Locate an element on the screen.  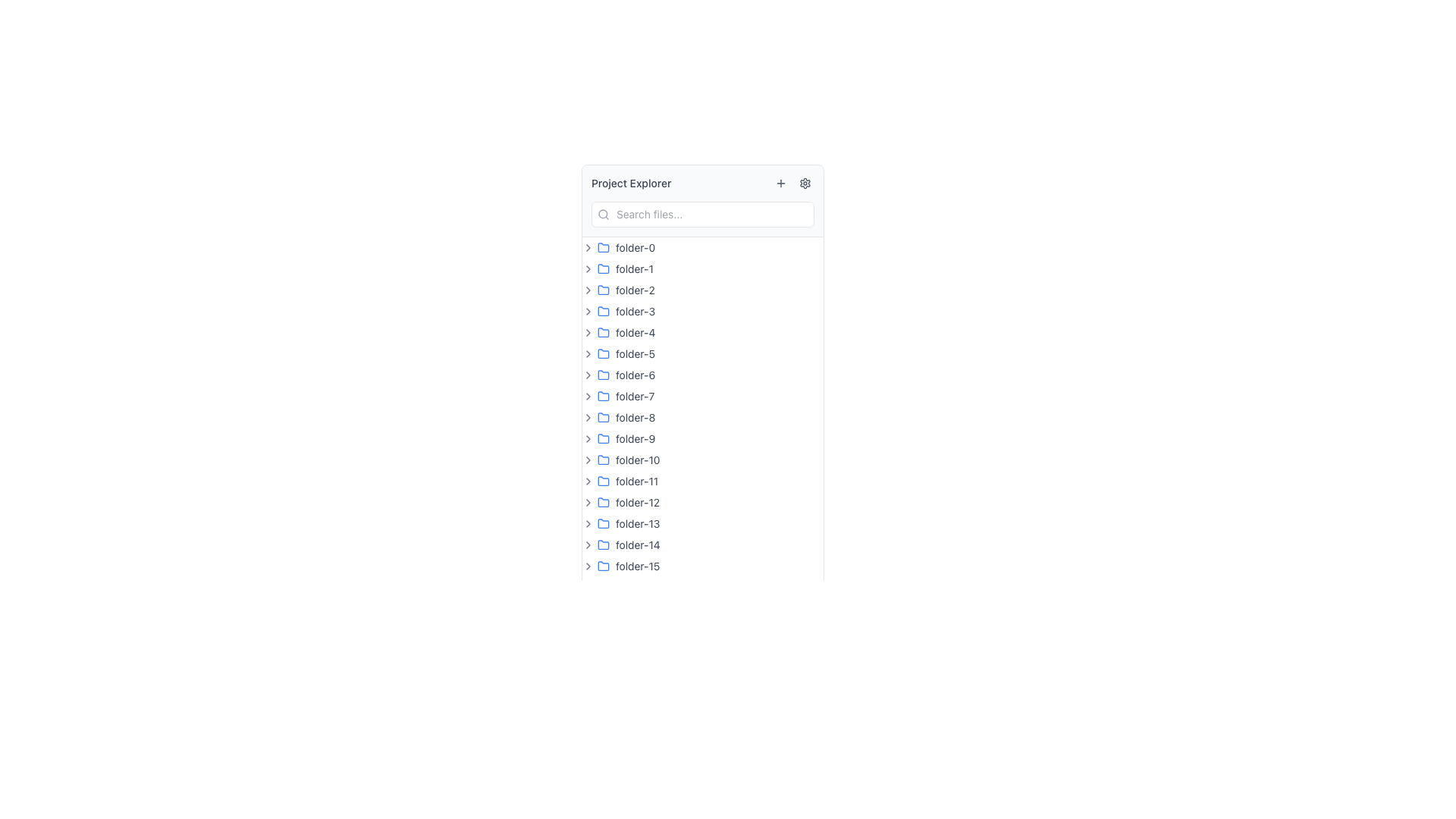
the button group located at the top-right side of the 'Project Explorer' section, which contains two buttons: a plus ('+') icon on the left and a gear icon on the right is located at coordinates (792, 183).